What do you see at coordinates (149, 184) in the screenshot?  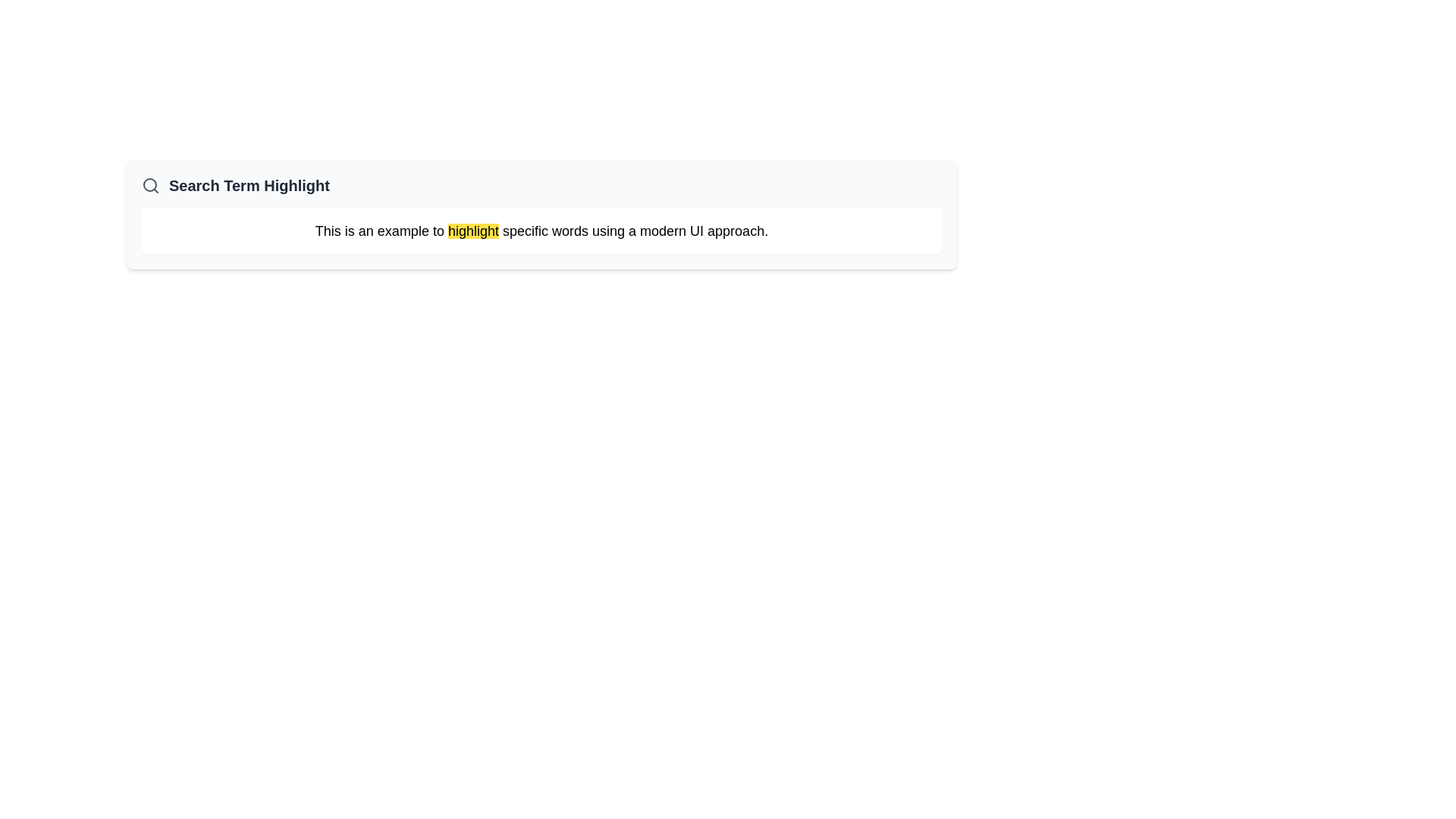 I see `the SVG circle element representing the lens component of the magnifying glass icon located next to the 'Search Term Highlight' label` at bounding box center [149, 184].